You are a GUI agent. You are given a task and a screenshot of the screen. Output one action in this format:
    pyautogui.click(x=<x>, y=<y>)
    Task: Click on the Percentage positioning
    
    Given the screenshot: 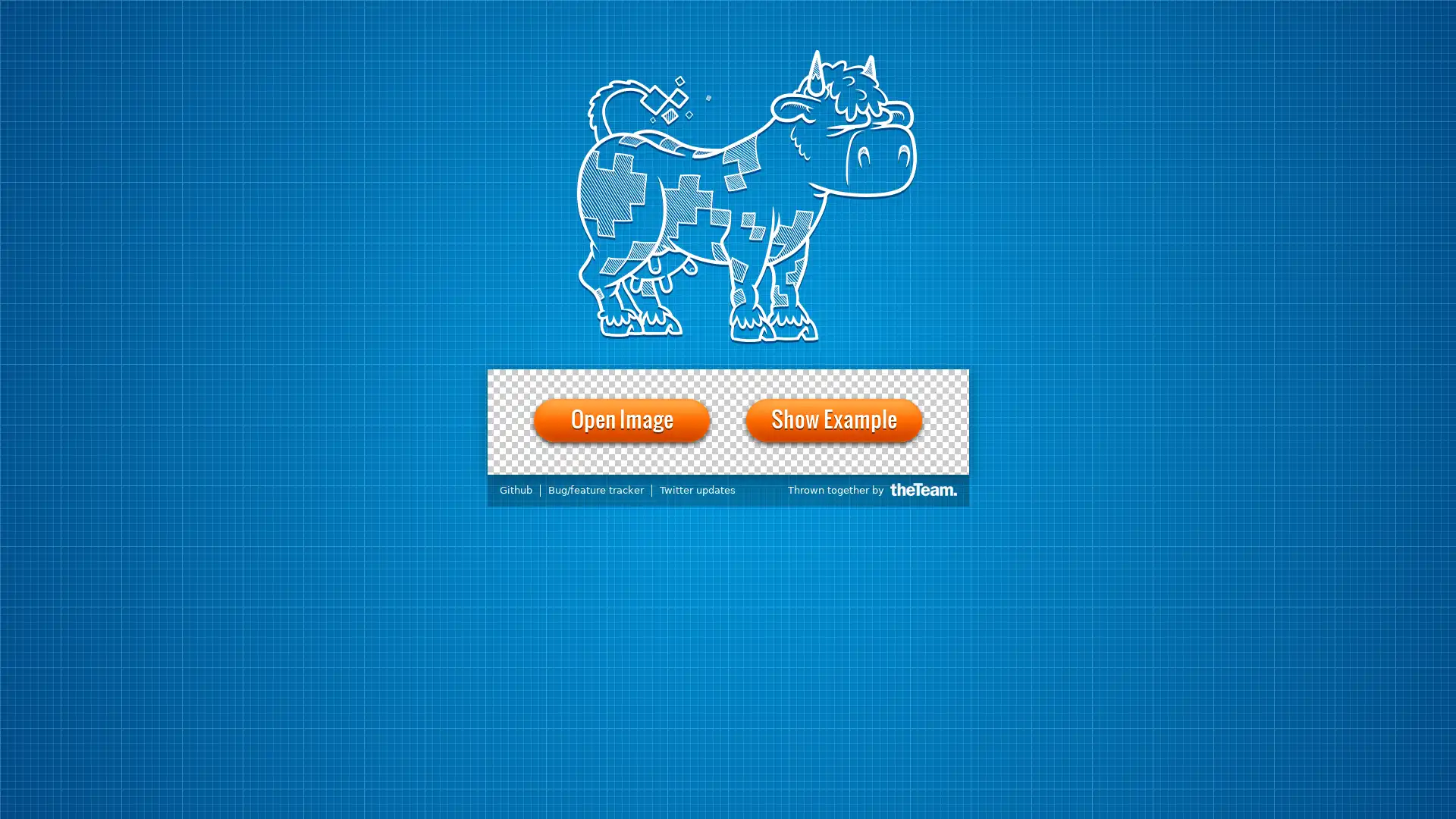 What is the action you would take?
    pyautogui.click(x=527, y=485)
    